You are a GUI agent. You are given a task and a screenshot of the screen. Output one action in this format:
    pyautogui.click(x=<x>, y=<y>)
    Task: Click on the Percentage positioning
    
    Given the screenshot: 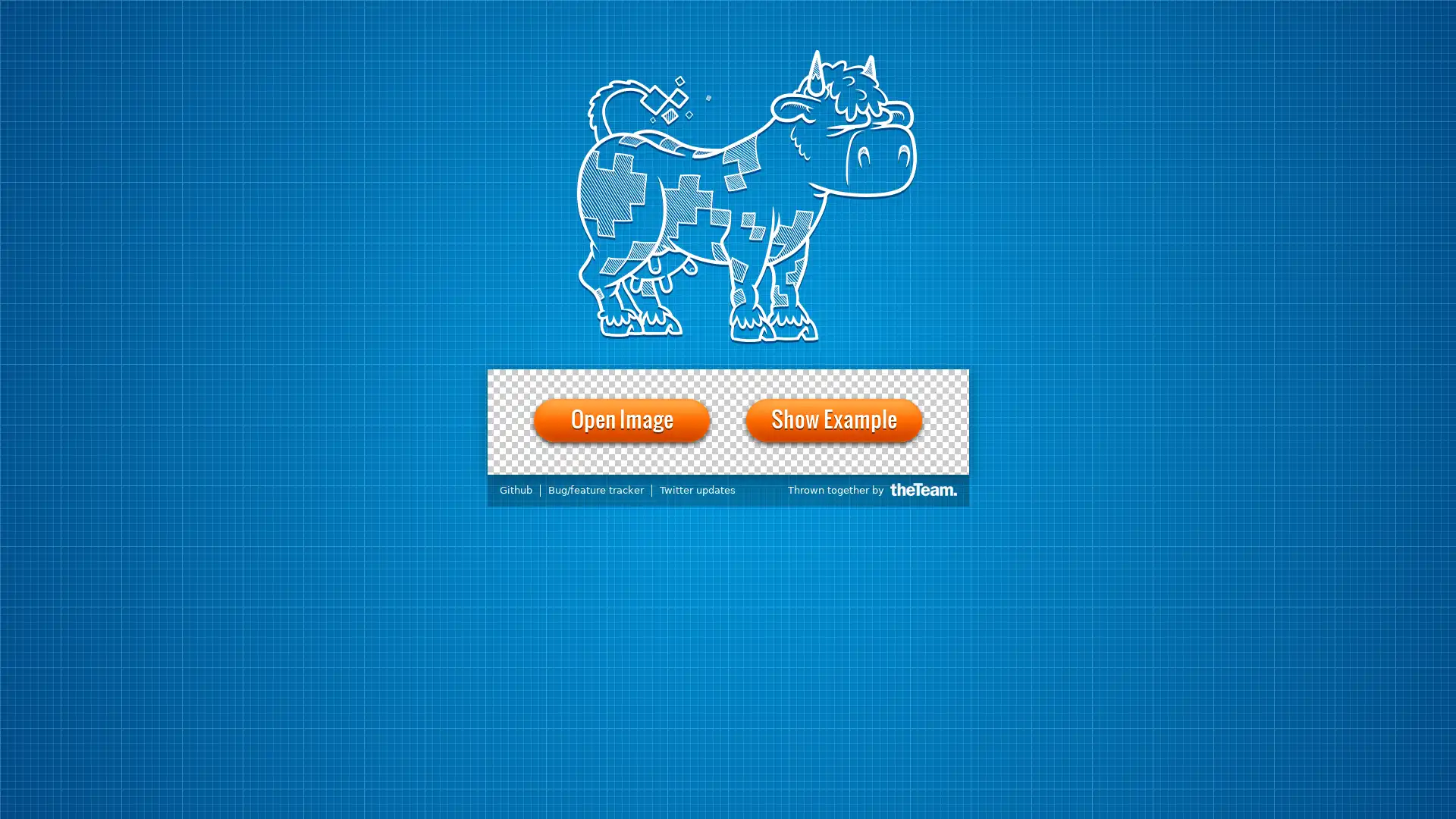 What is the action you would take?
    pyautogui.click(x=527, y=485)
    